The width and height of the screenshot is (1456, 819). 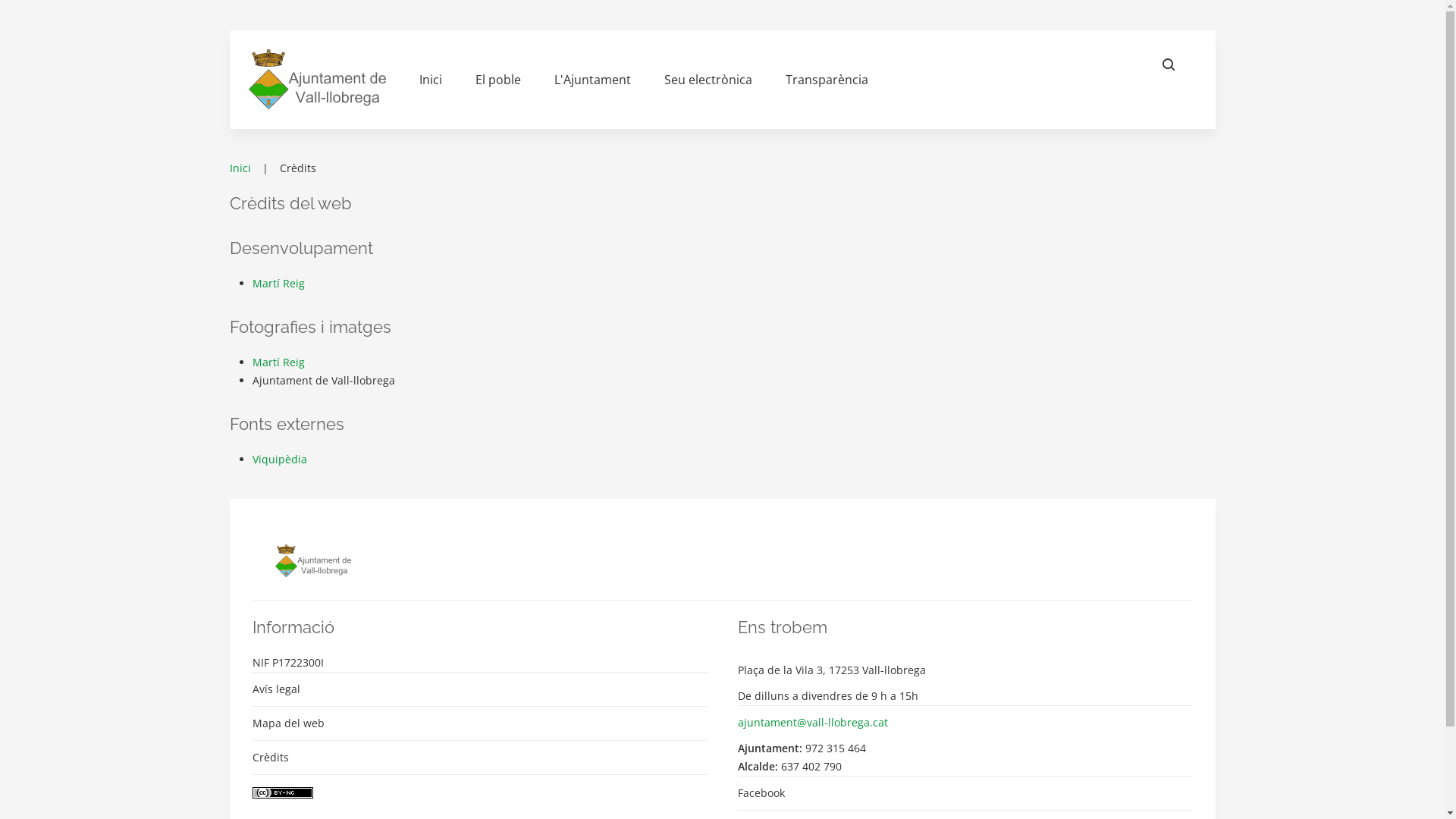 What do you see at coordinates (591, 79) in the screenshot?
I see `'L'Ajuntament'` at bounding box center [591, 79].